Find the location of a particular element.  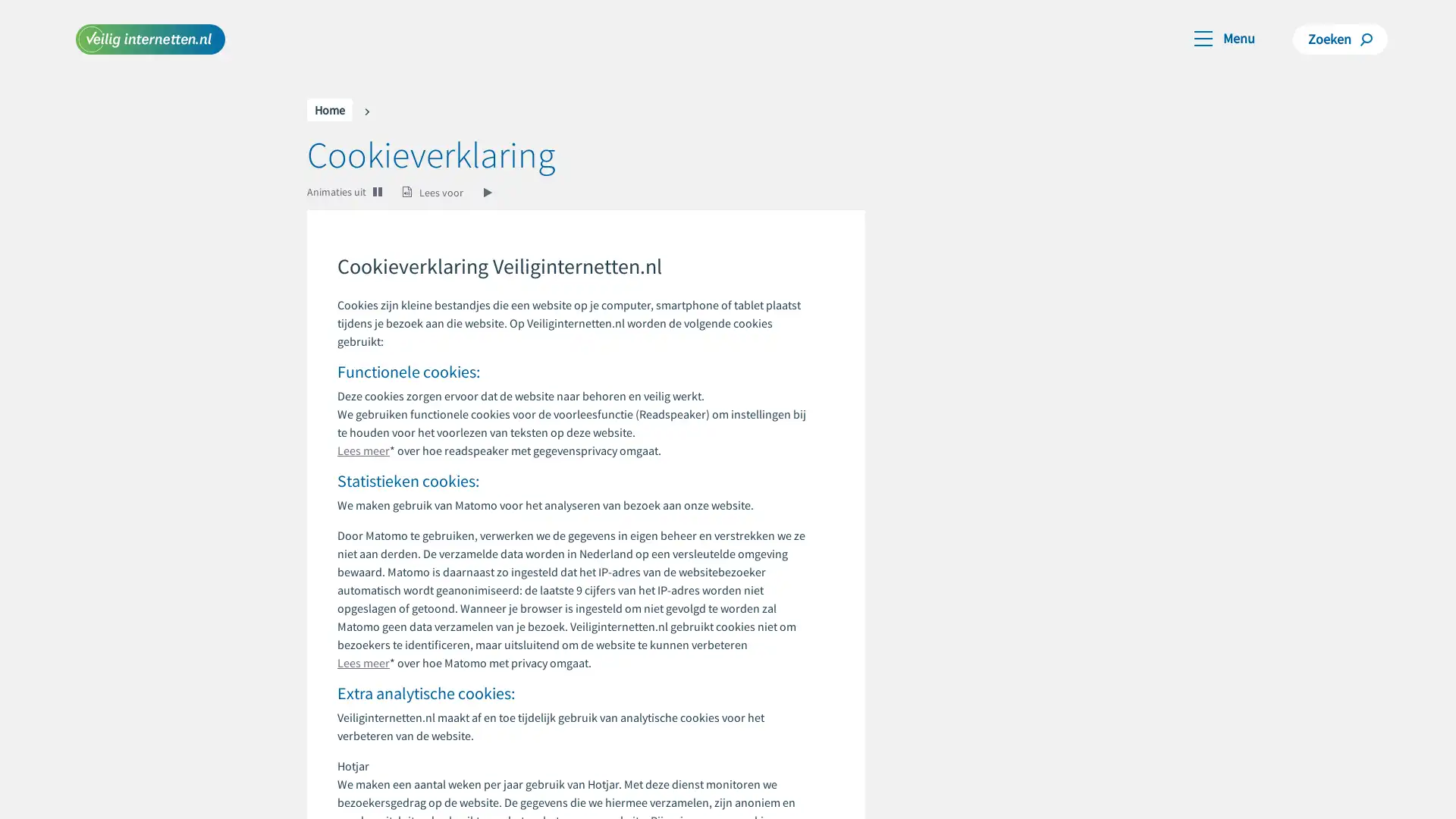

Toggle navigation Menu is located at coordinates (1224, 36).